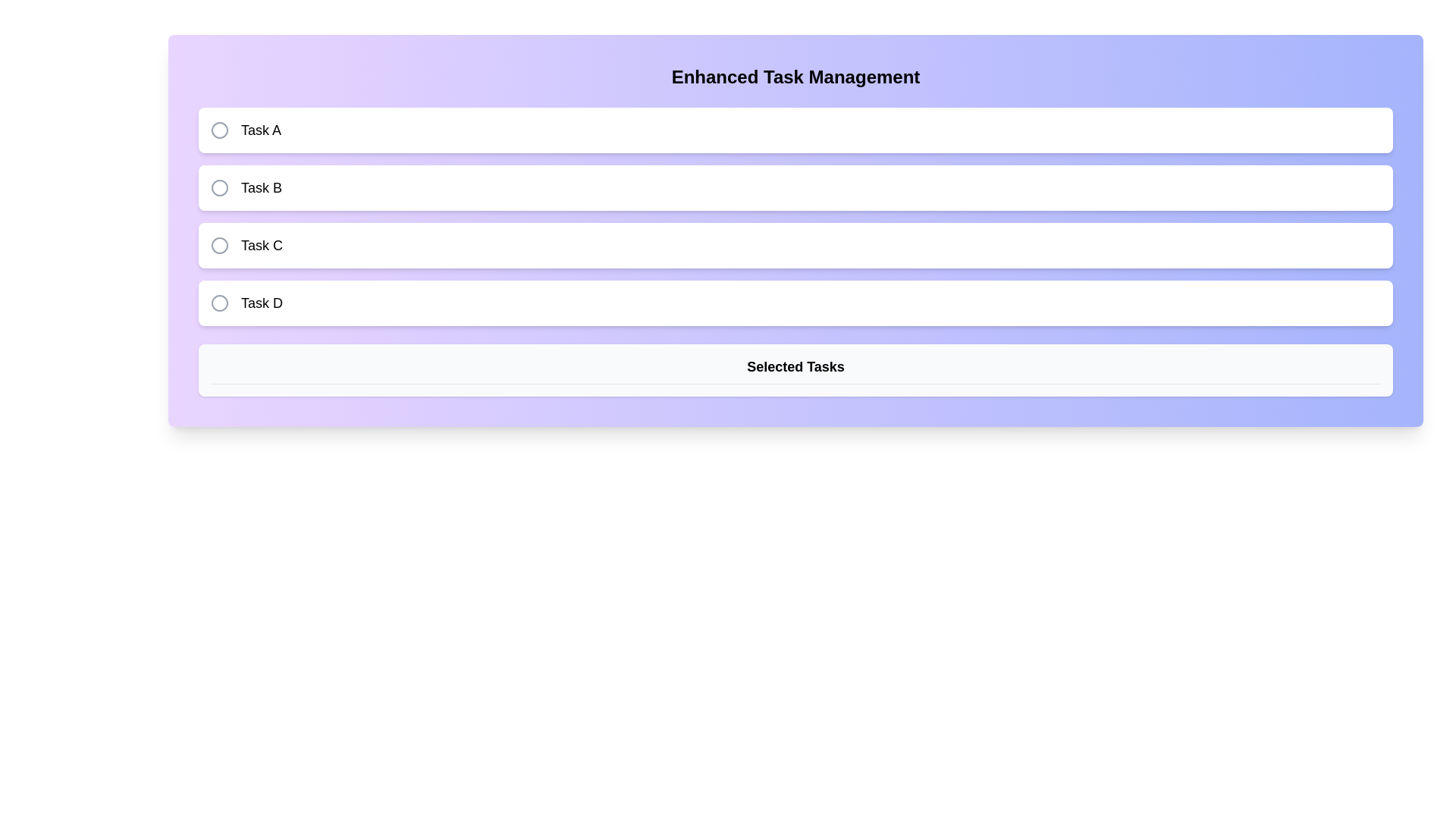  I want to click on text from the static label displaying 'Selected Tasks' located at the lower part of the interface, so click(795, 370).